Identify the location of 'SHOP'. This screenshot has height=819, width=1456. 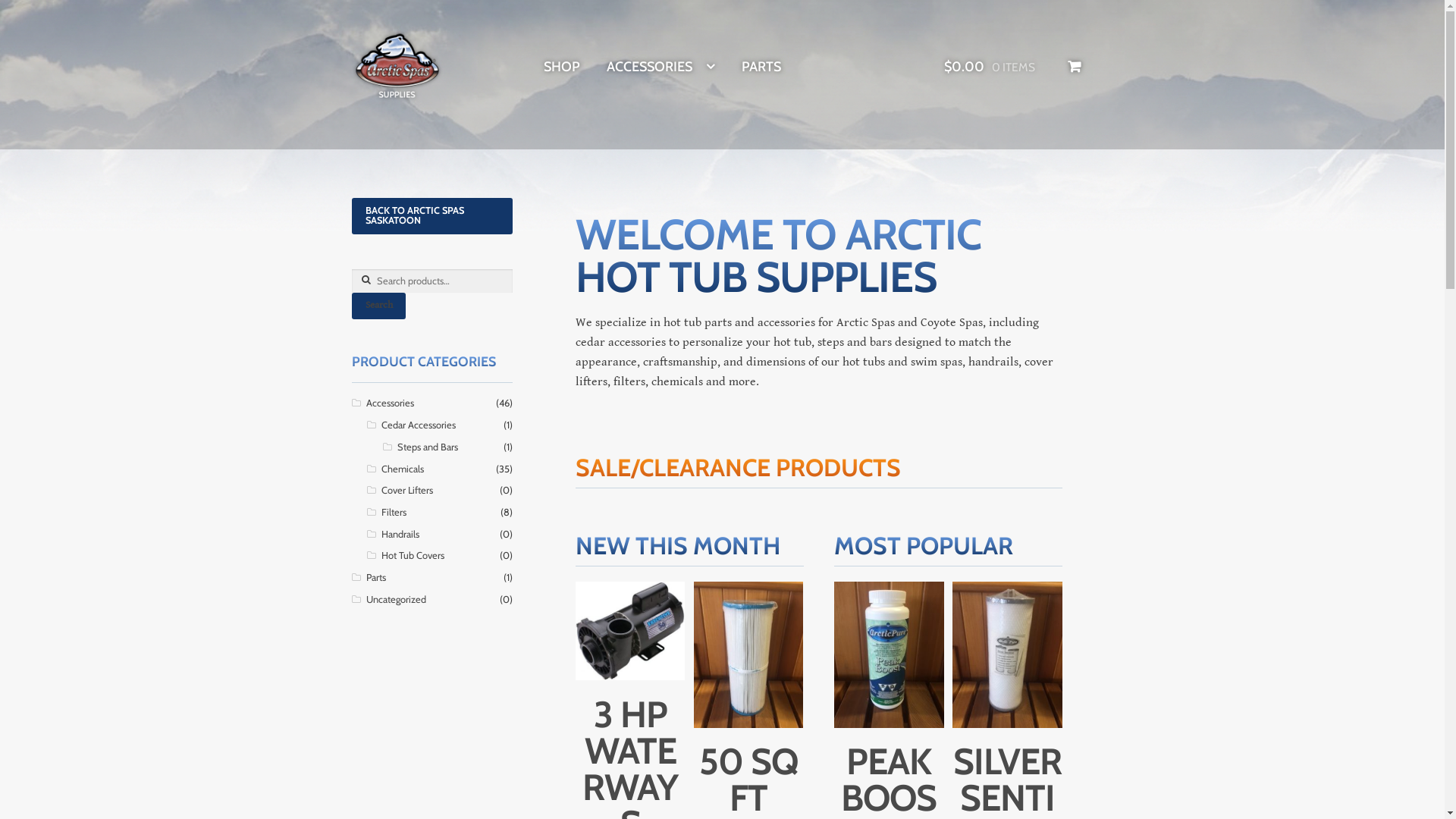
(560, 66).